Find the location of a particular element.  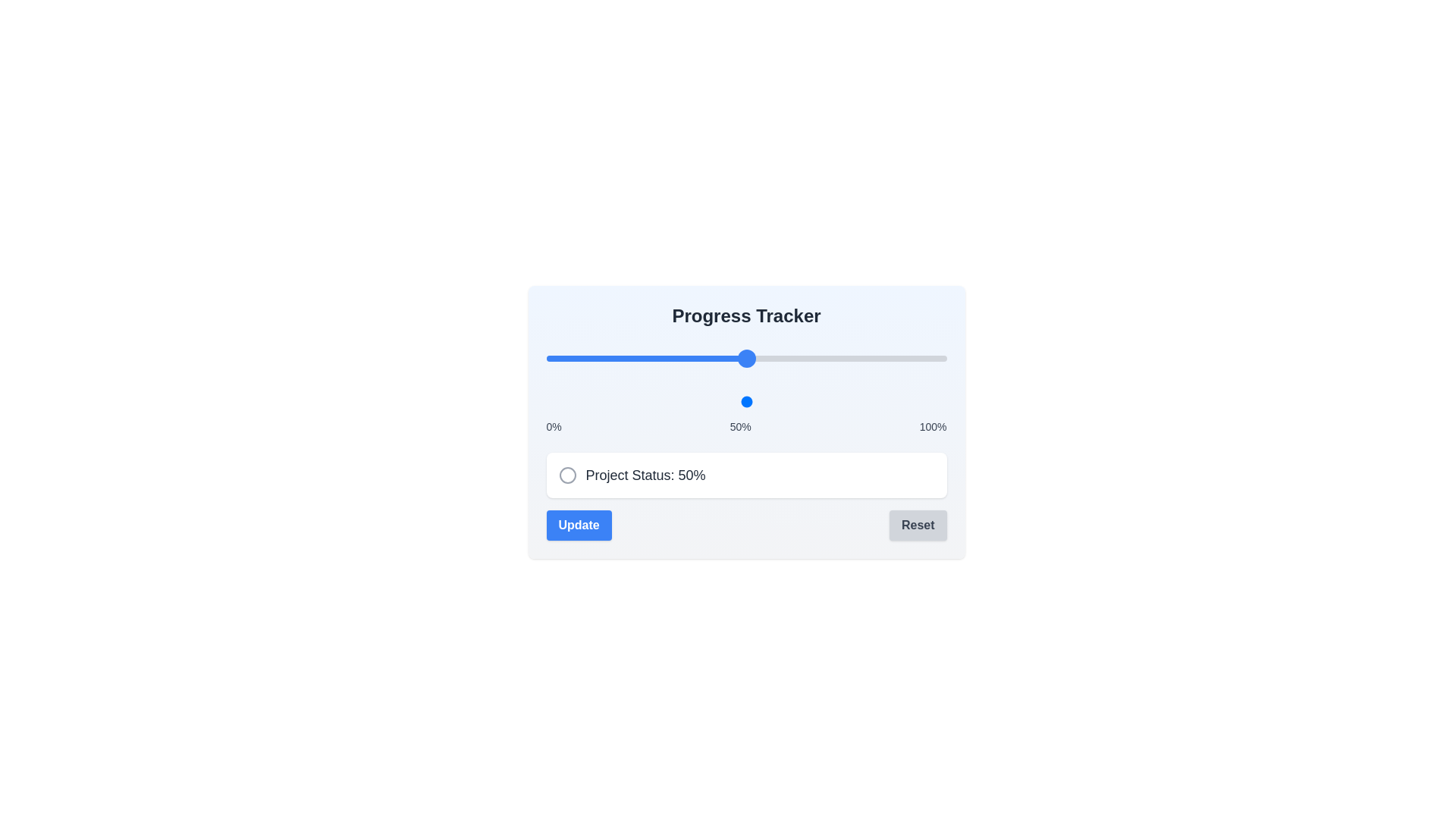

the progress slider to set the progress to 78% is located at coordinates (858, 359).